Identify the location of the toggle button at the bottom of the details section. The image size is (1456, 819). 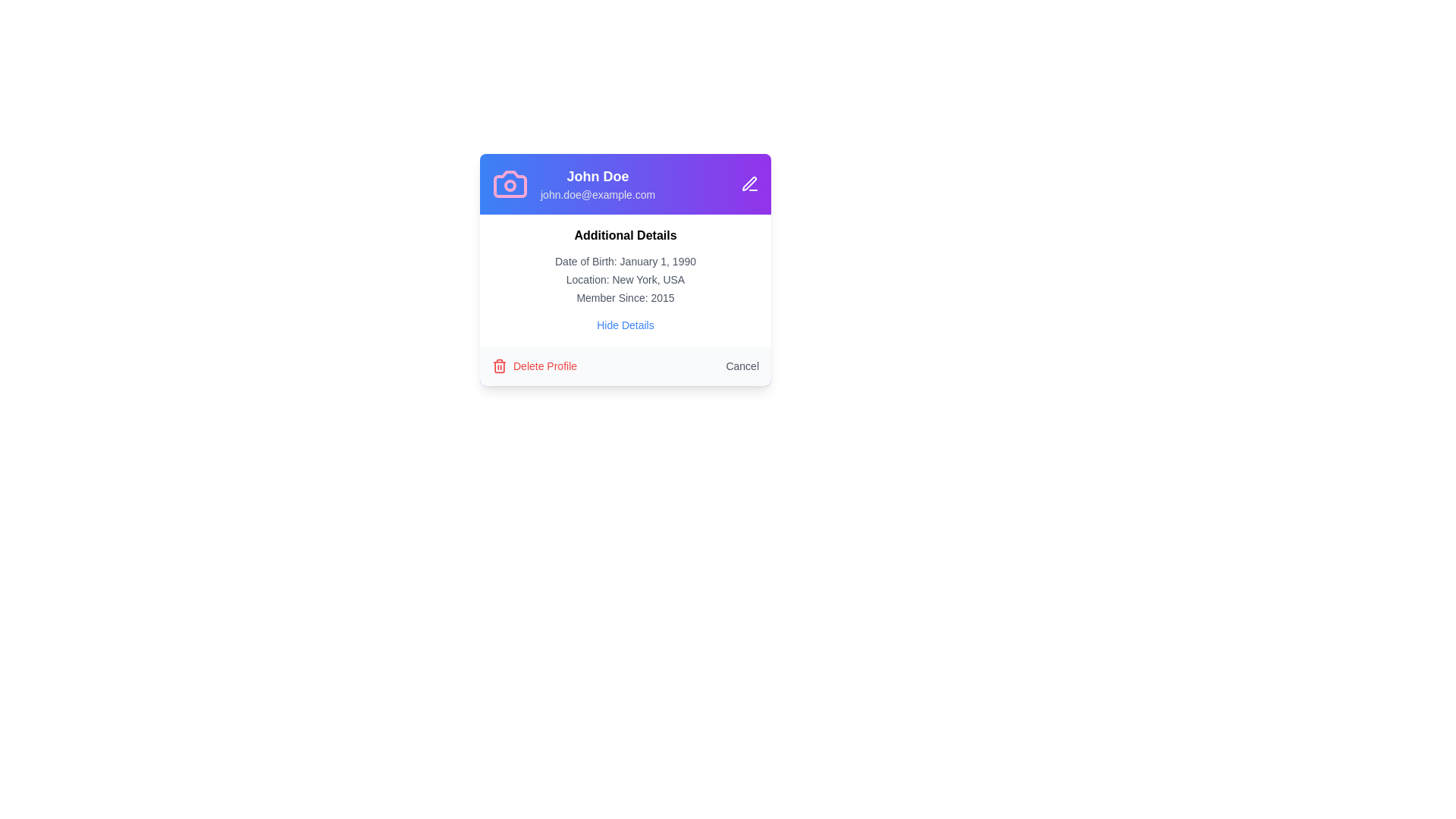
(626, 324).